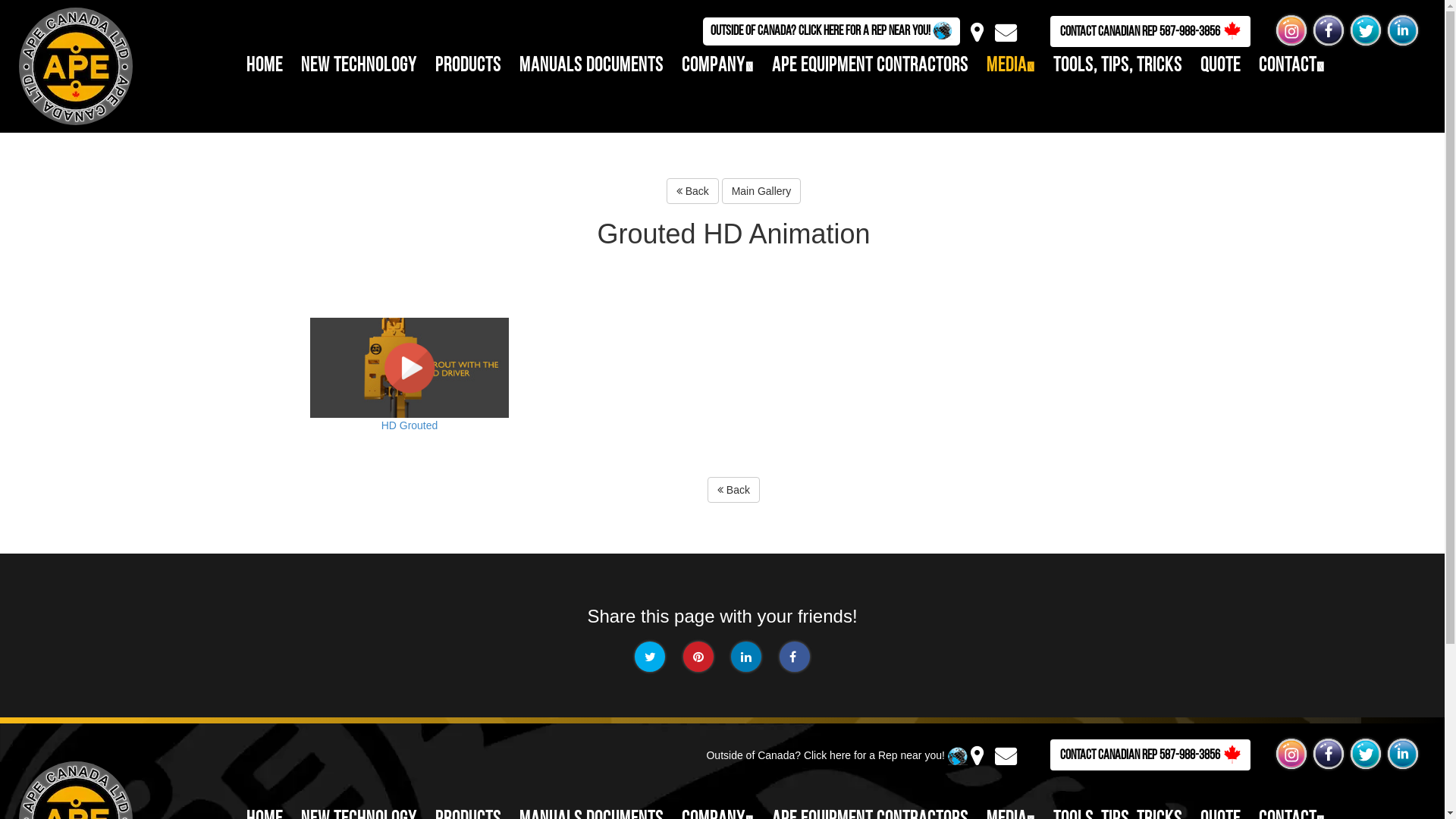  I want to click on 'pin to Pinterest', so click(698, 656).